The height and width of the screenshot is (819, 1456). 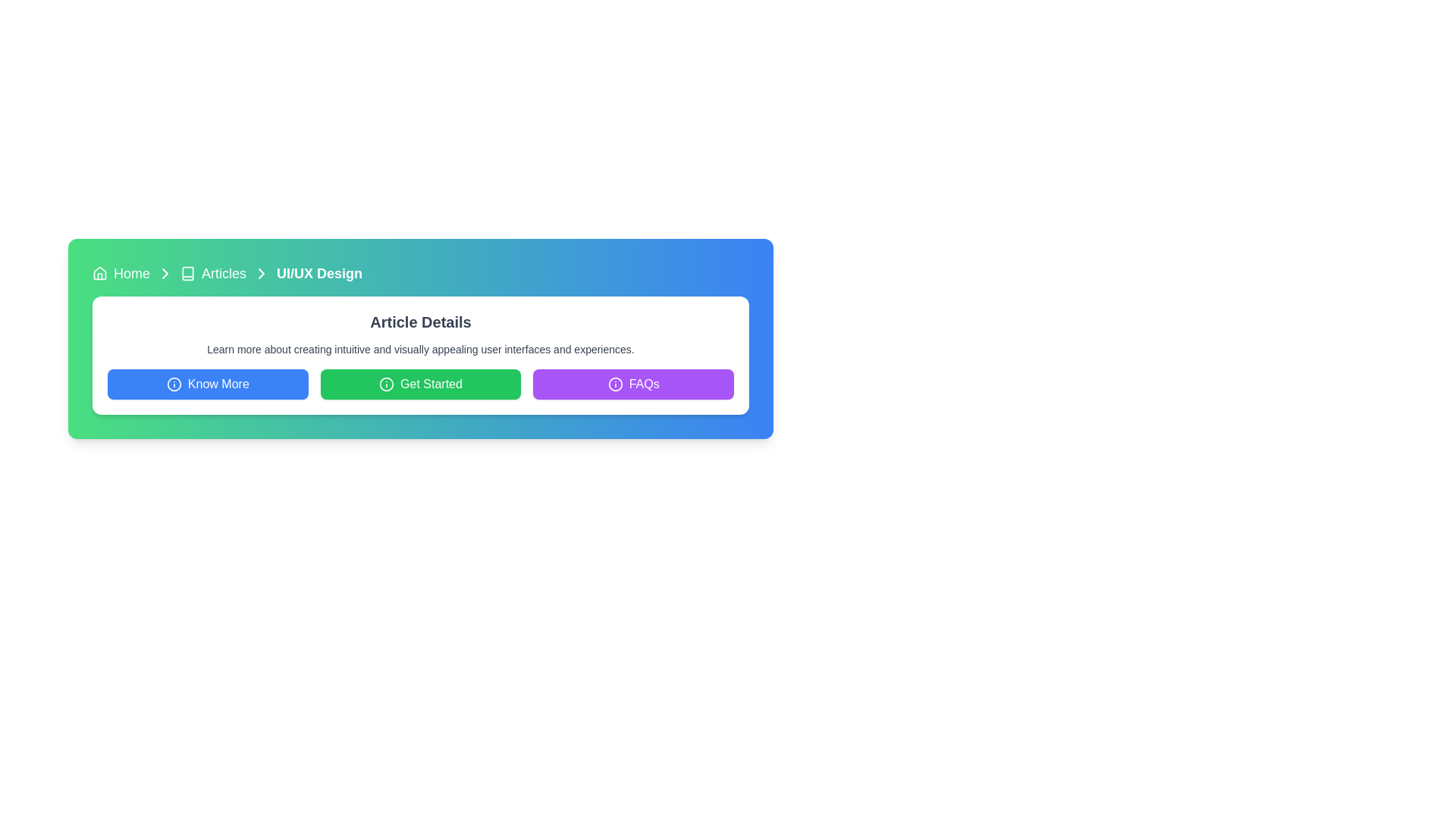 What do you see at coordinates (387, 383) in the screenshot?
I see `the circular decorative graphical element with a green border located inside the 'Get Started' button` at bounding box center [387, 383].